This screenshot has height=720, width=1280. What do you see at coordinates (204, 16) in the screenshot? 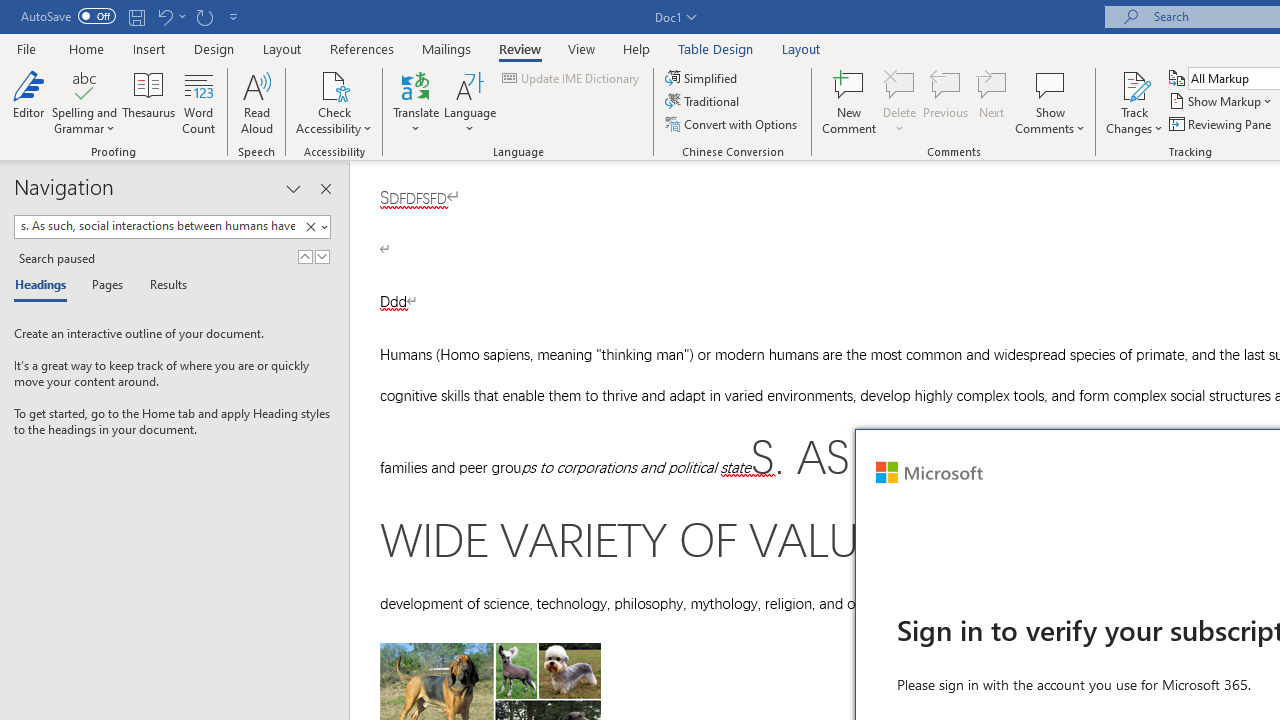
I see `'Repeat Style'` at bounding box center [204, 16].